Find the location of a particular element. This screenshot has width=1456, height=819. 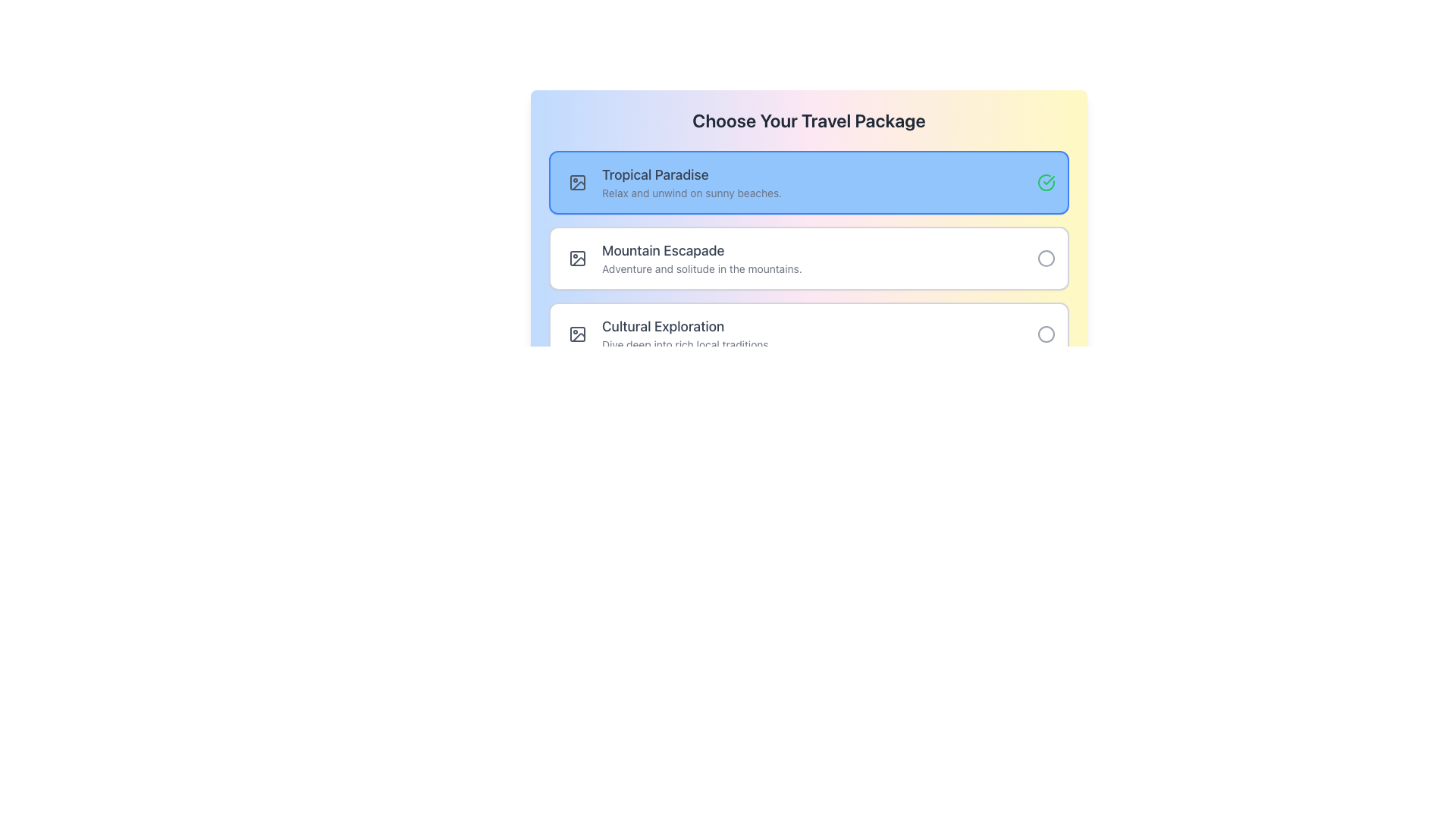

the 'Tropical Paradise' travel package icon, which visually represents a scenic travel destination and is the first icon in the list under the 'Choose Your Travel Package' heading is located at coordinates (577, 181).